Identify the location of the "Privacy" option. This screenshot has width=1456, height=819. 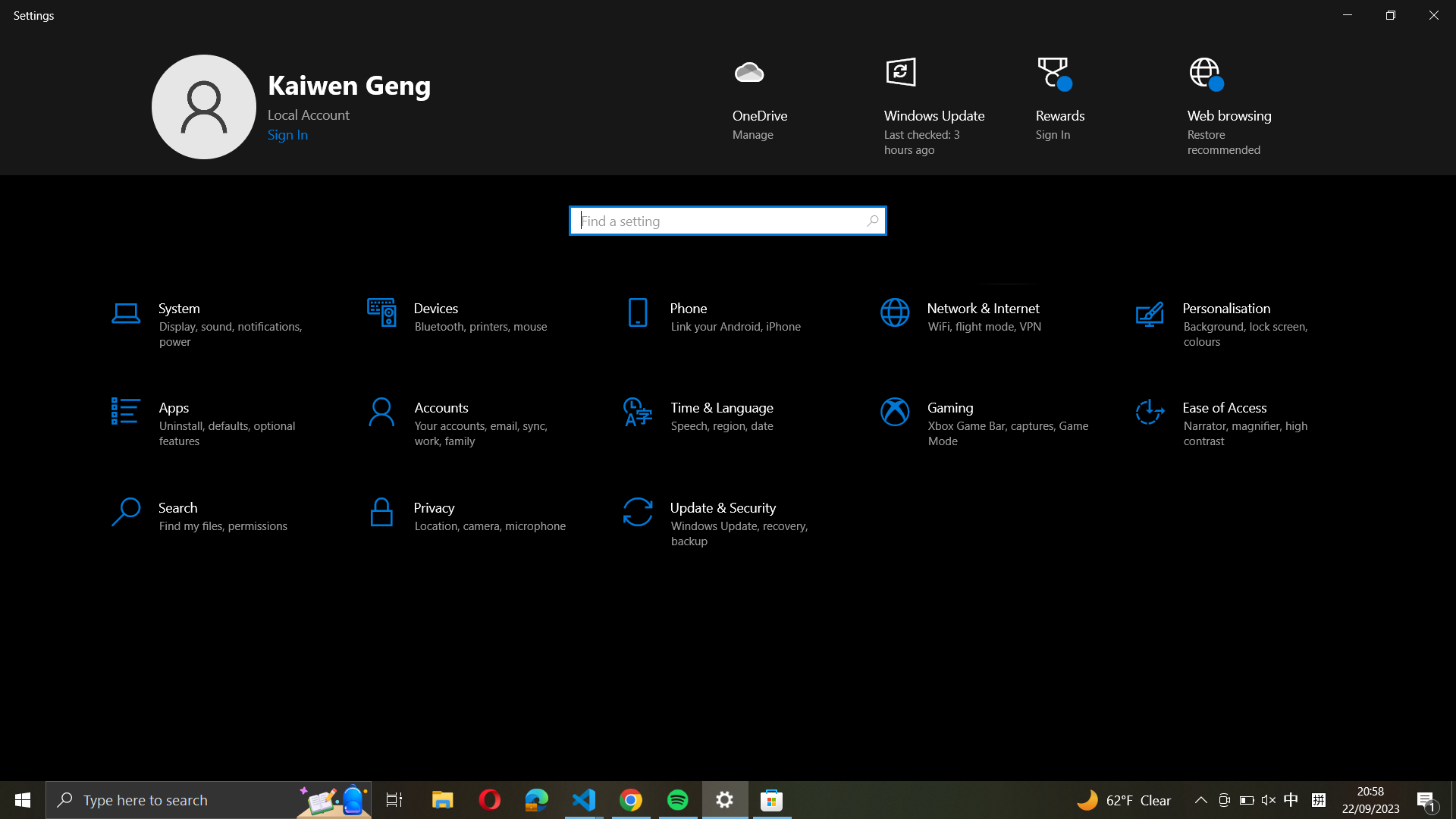
(472, 514).